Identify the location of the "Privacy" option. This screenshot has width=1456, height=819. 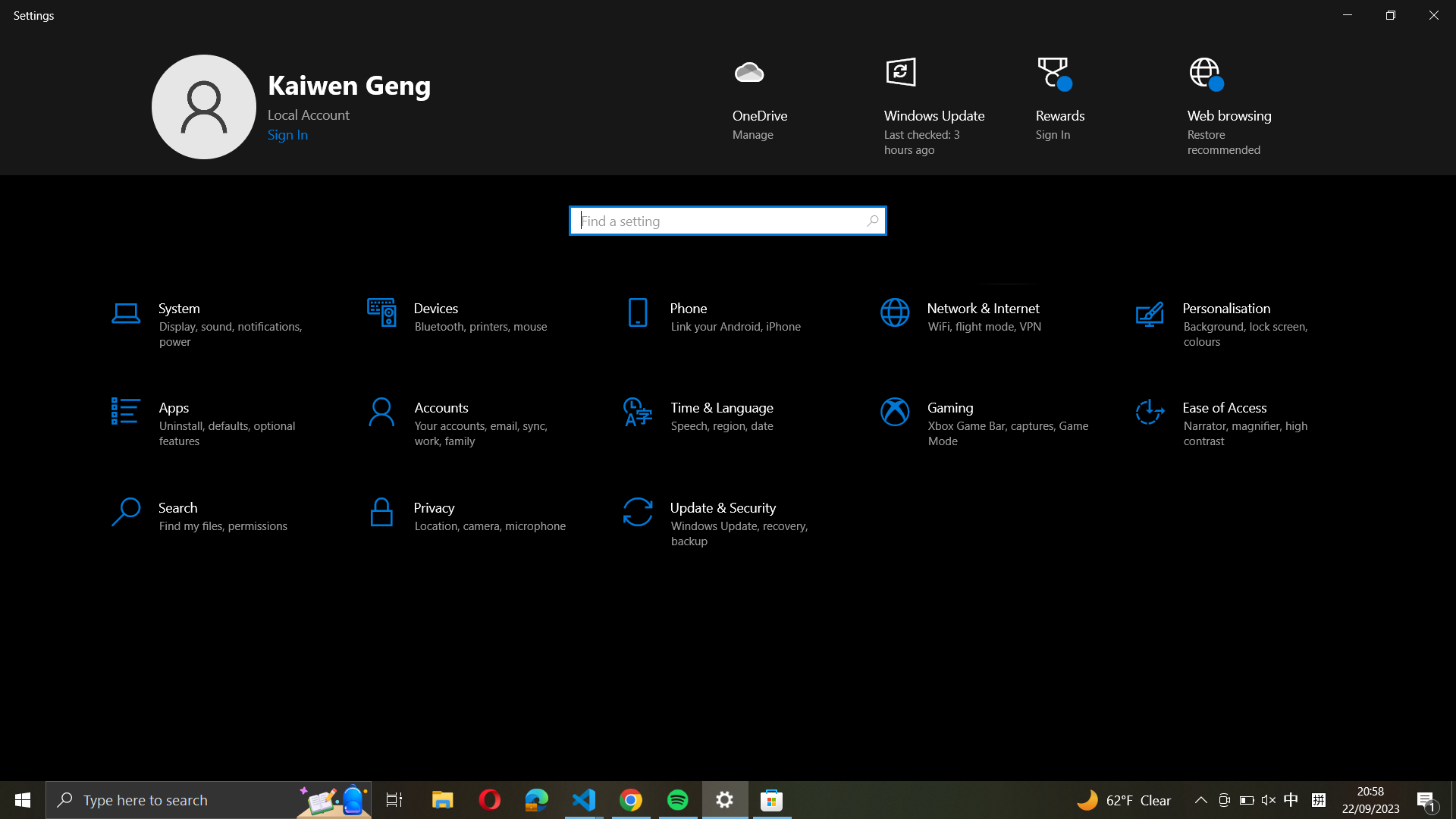
(472, 514).